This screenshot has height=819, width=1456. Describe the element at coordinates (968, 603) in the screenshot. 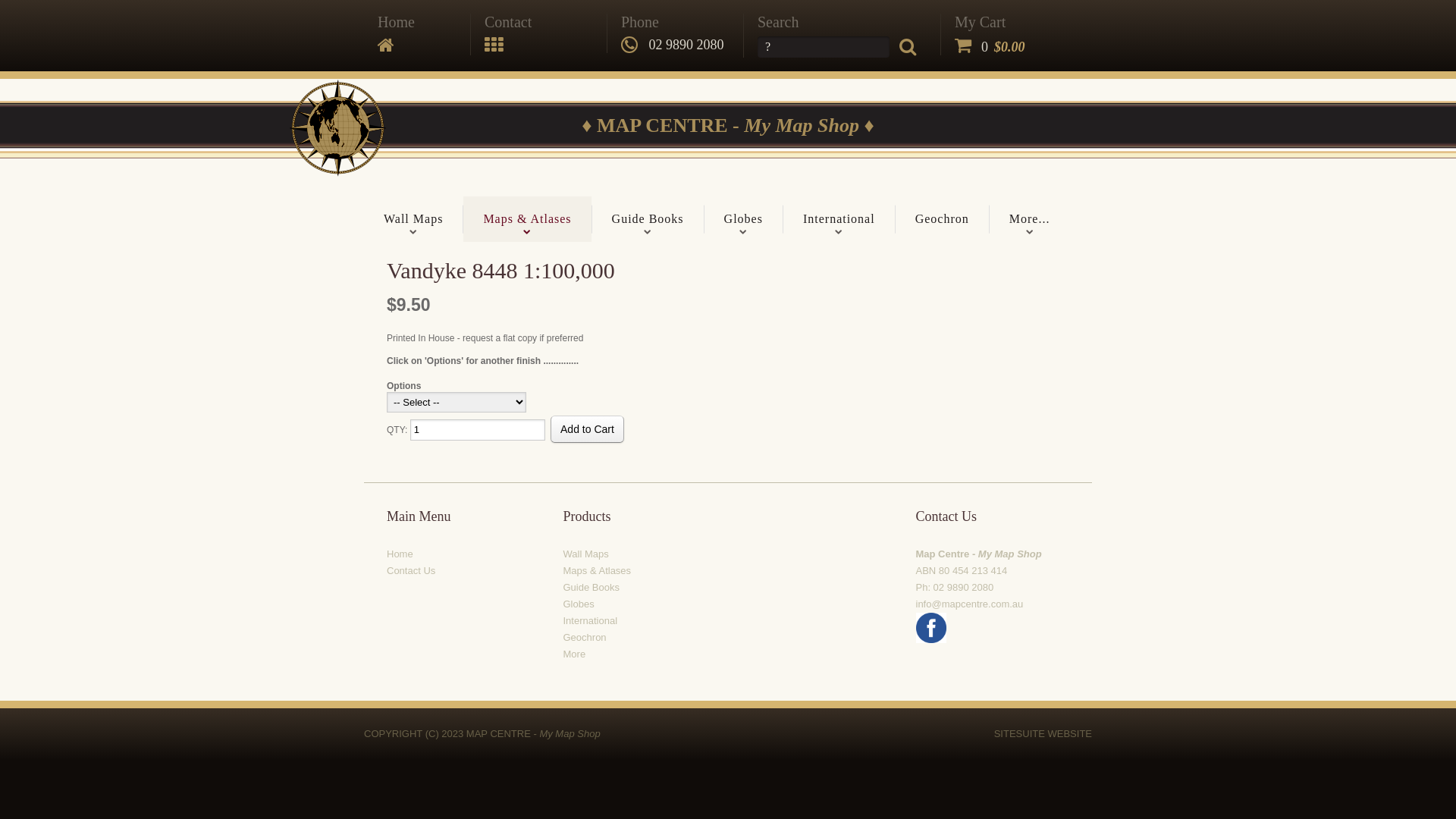

I see `'info@mapcentre.com.au'` at that location.